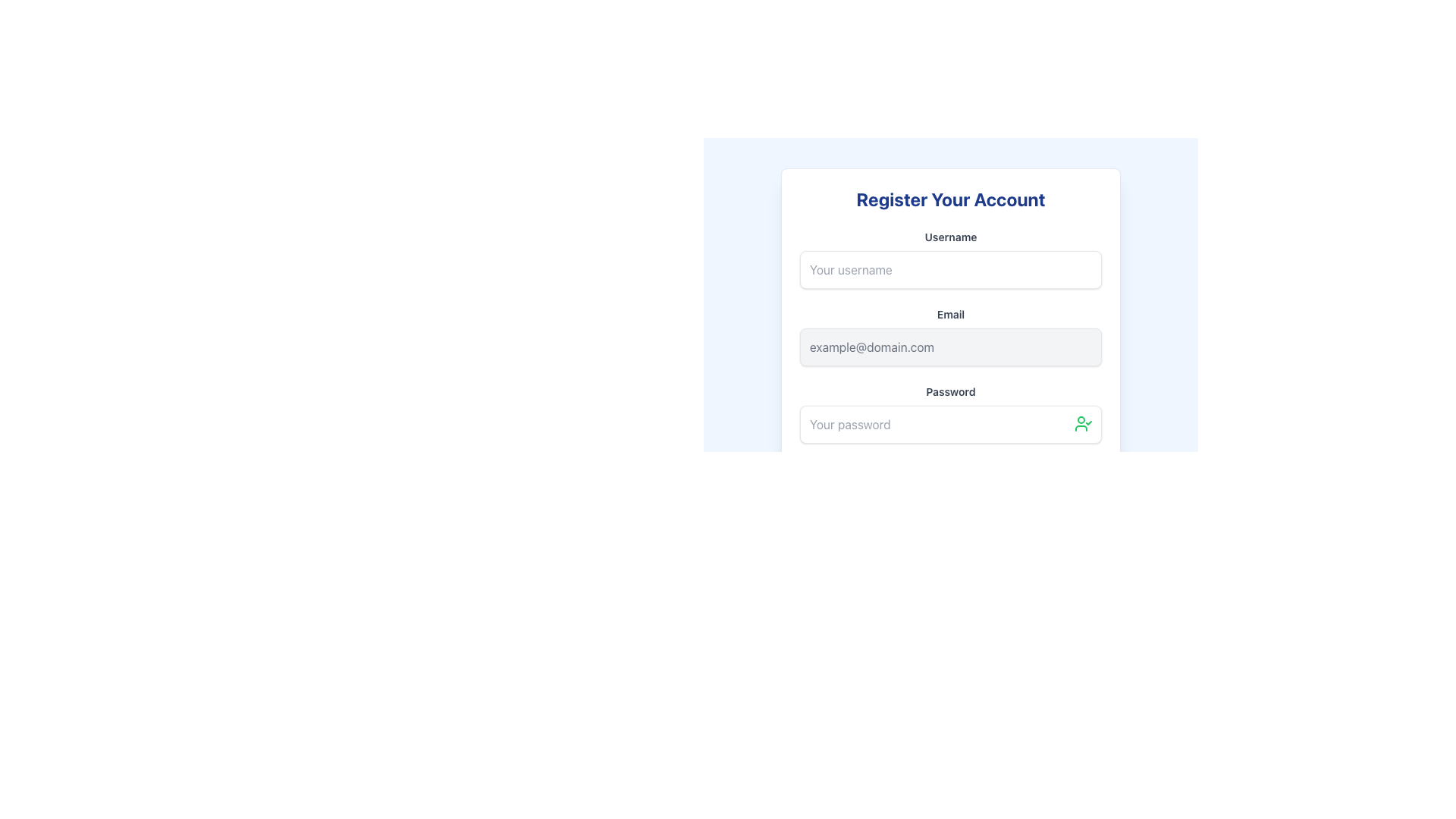 The width and height of the screenshot is (1456, 819). I want to click on the Static Text Header at the top of the registration form, which indicates the user is on the registration page, so click(949, 198).